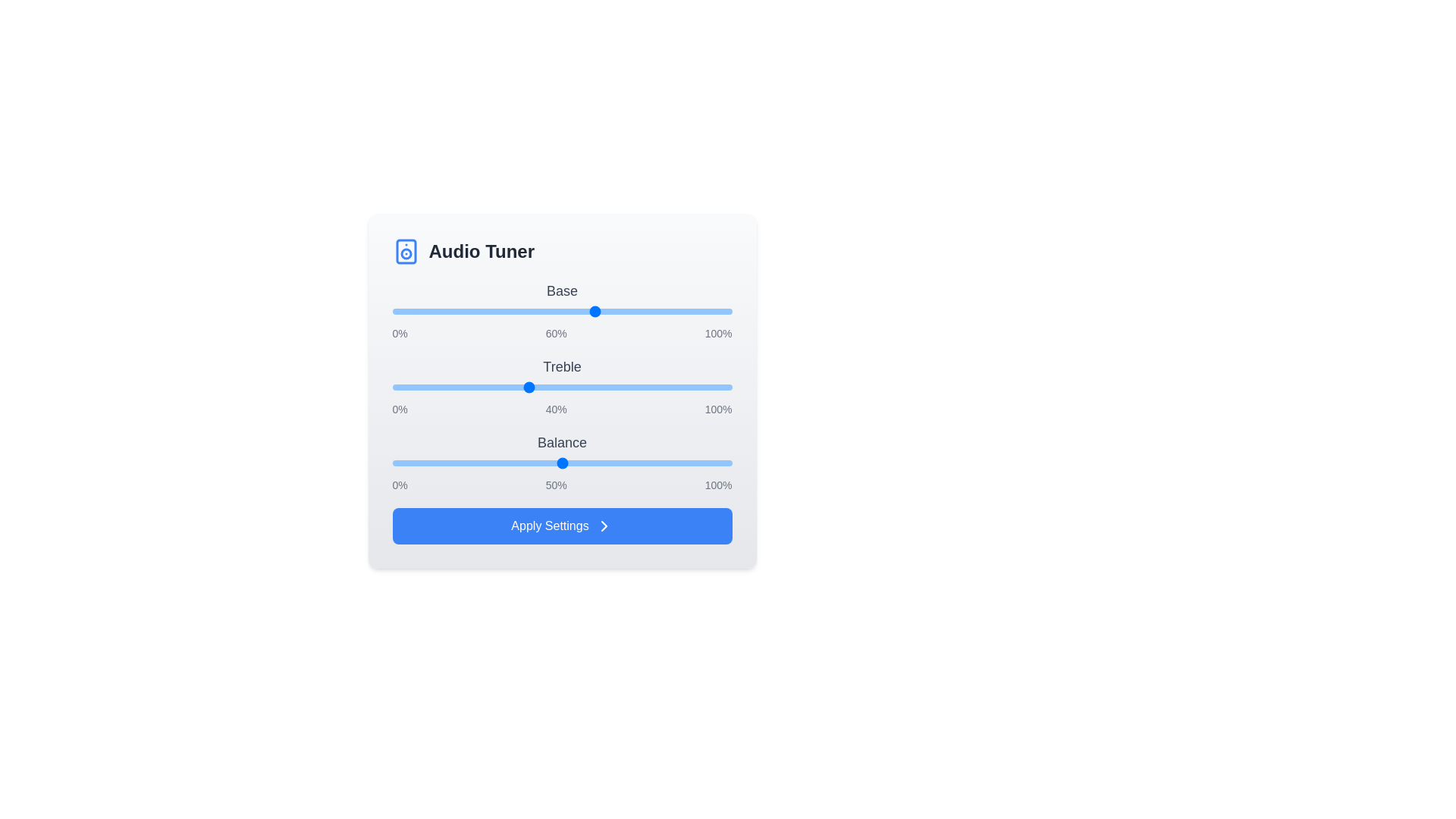 Image resolution: width=1456 pixels, height=819 pixels. Describe the element at coordinates (406, 250) in the screenshot. I see `the speaker icon to explore additional features` at that location.